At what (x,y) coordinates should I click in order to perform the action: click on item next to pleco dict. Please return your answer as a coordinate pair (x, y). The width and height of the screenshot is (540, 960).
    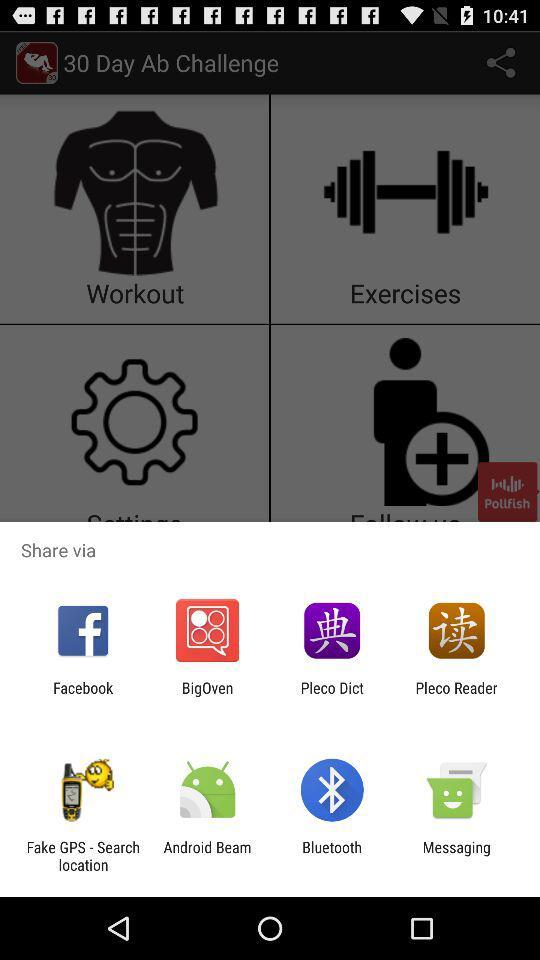
    Looking at the image, I should click on (206, 696).